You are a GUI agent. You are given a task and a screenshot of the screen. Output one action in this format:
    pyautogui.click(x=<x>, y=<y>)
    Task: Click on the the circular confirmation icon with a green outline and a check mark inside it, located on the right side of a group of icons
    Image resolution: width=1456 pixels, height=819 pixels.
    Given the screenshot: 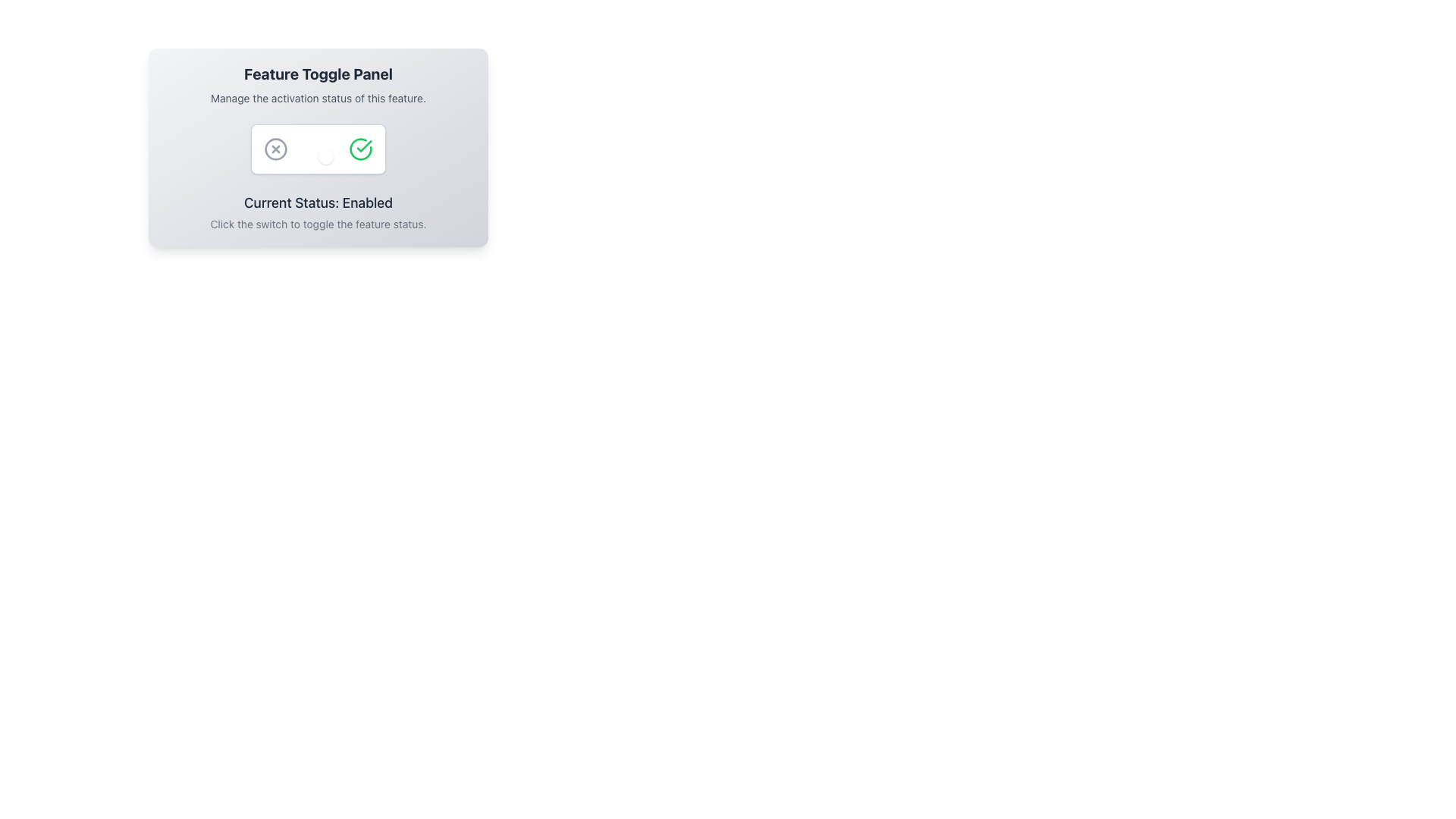 What is the action you would take?
    pyautogui.click(x=359, y=149)
    